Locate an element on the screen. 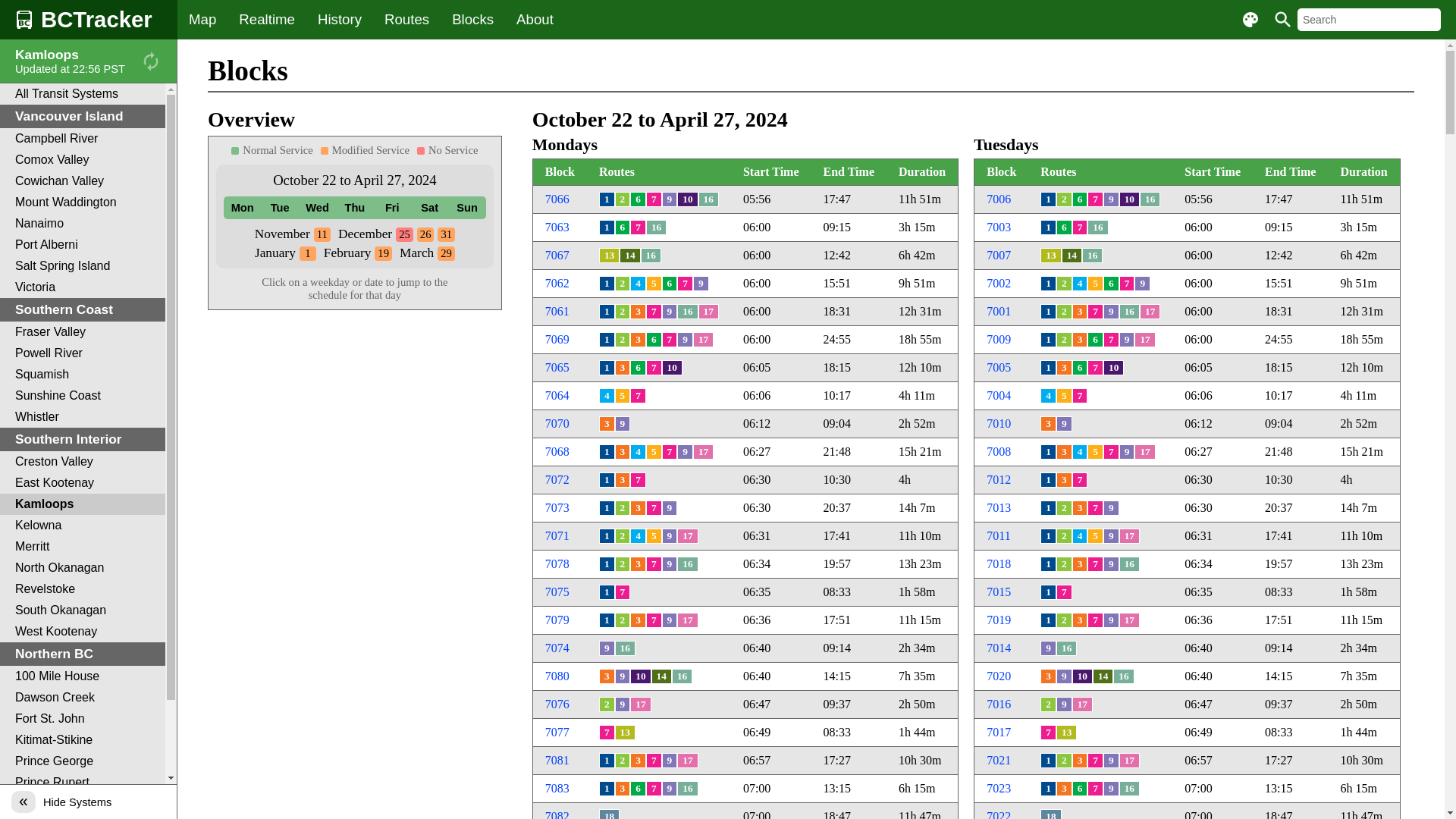 This screenshot has height=819, width=1456. '10' is located at coordinates (1081, 675).